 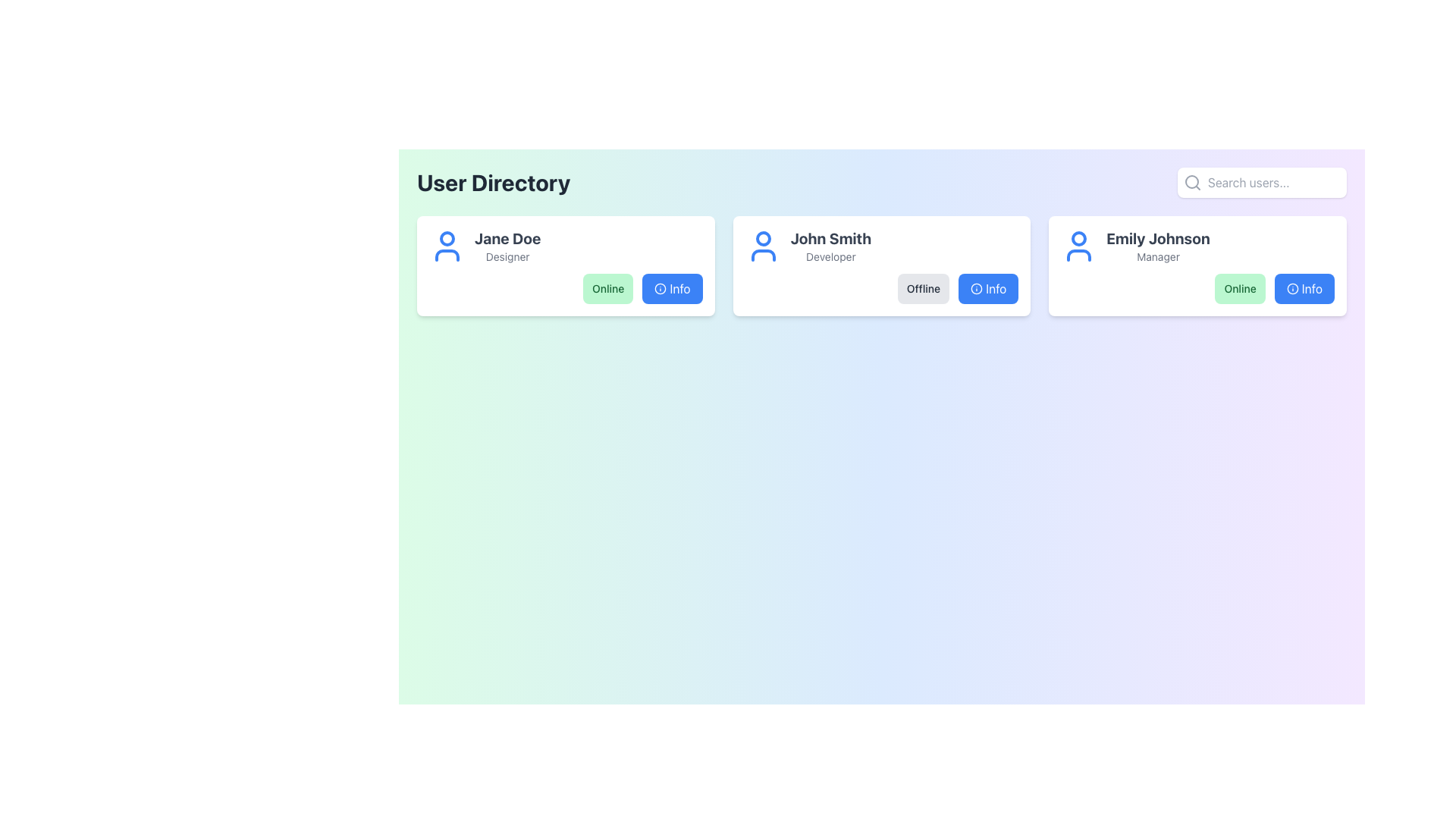 What do you see at coordinates (1192, 181) in the screenshot?
I see `the search icon button located in the top-right corner of the interface` at bounding box center [1192, 181].